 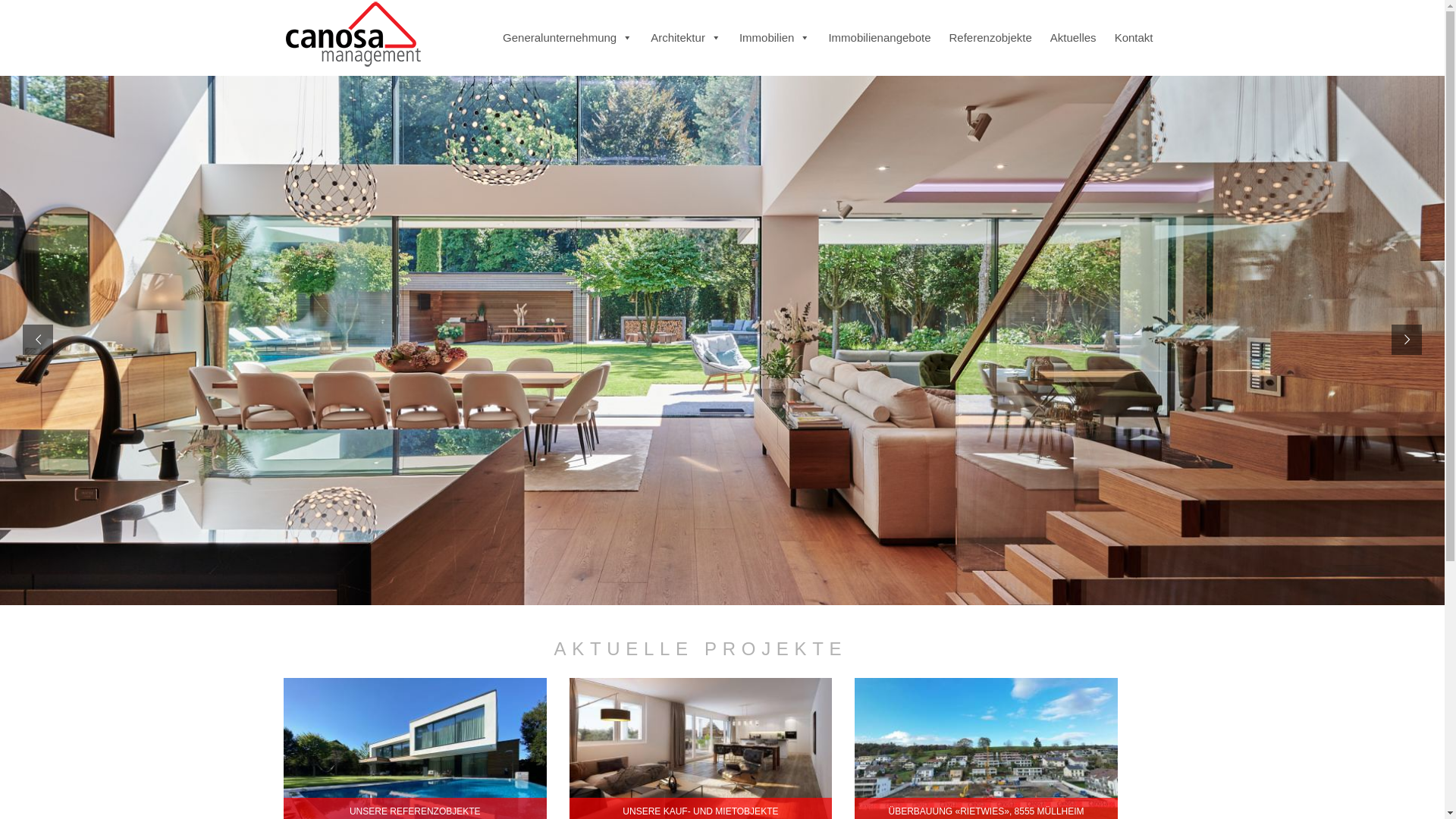 I want to click on 'Canosa Immobilien', so click(x=351, y=32).